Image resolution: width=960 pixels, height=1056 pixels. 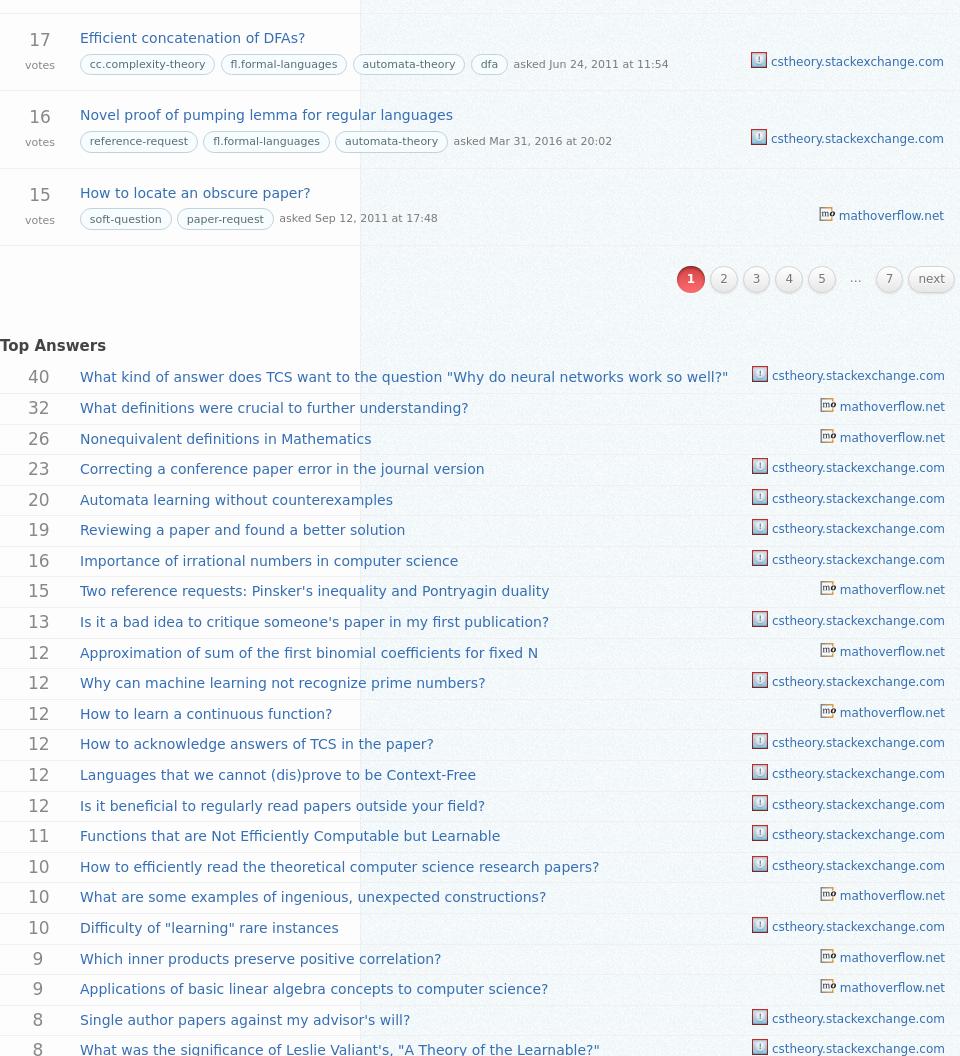 What do you see at coordinates (272, 406) in the screenshot?
I see `'What definitions were crucial to further understanding?'` at bounding box center [272, 406].